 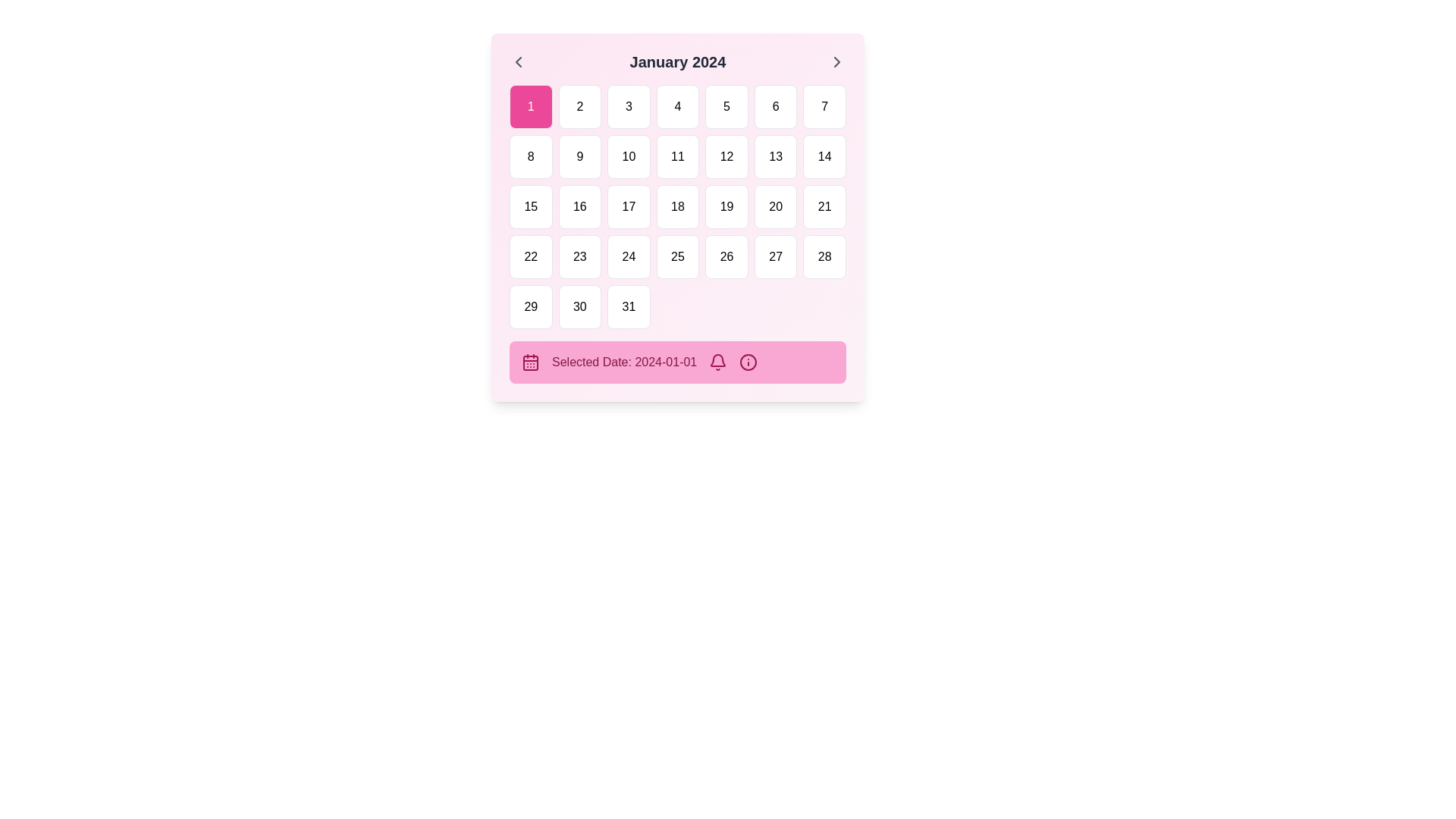 What do you see at coordinates (629, 256) in the screenshot?
I see `the calendar date cell displaying the number '24'` at bounding box center [629, 256].